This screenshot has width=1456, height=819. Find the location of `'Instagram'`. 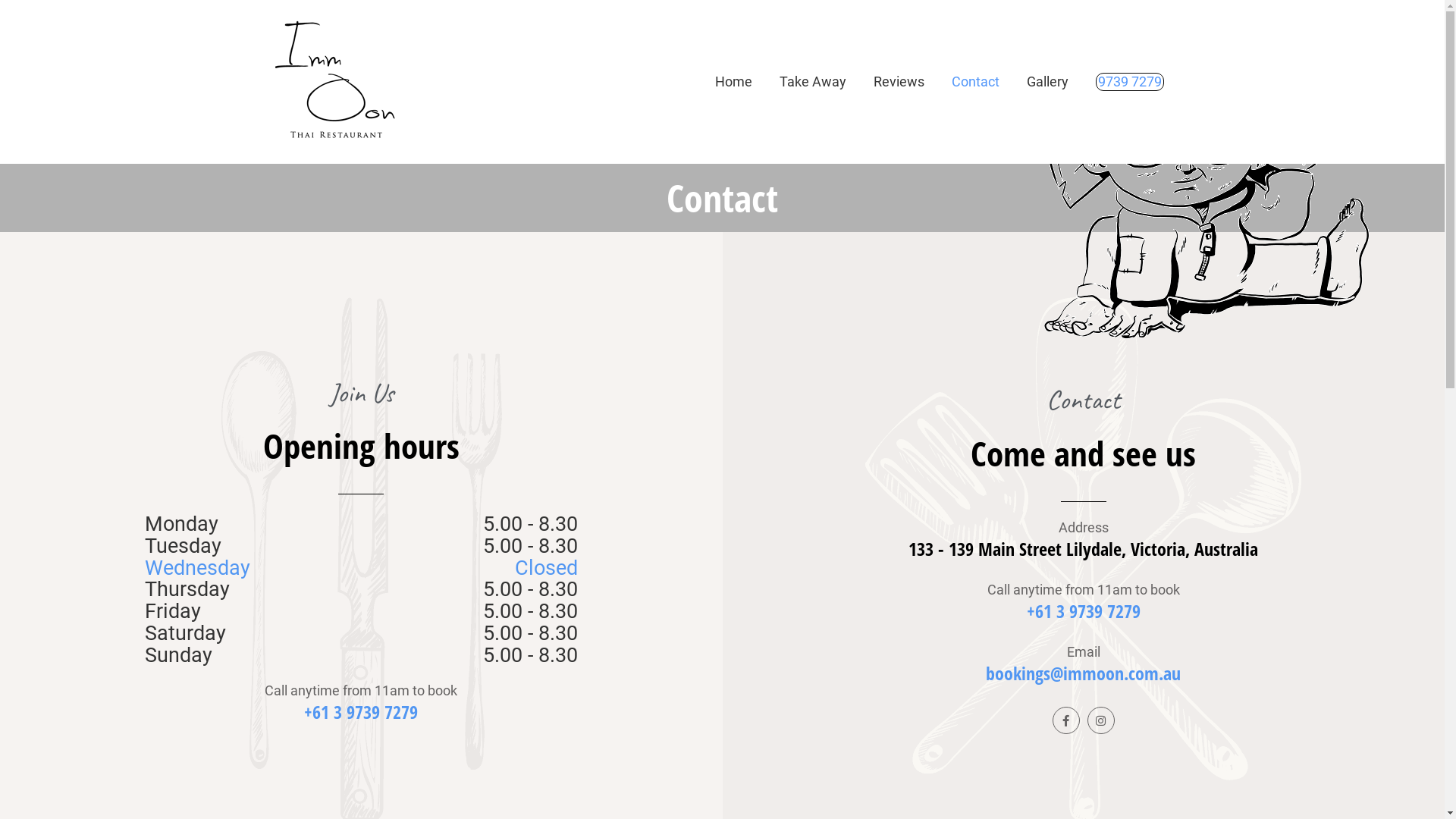

'Instagram' is located at coordinates (1100, 719).